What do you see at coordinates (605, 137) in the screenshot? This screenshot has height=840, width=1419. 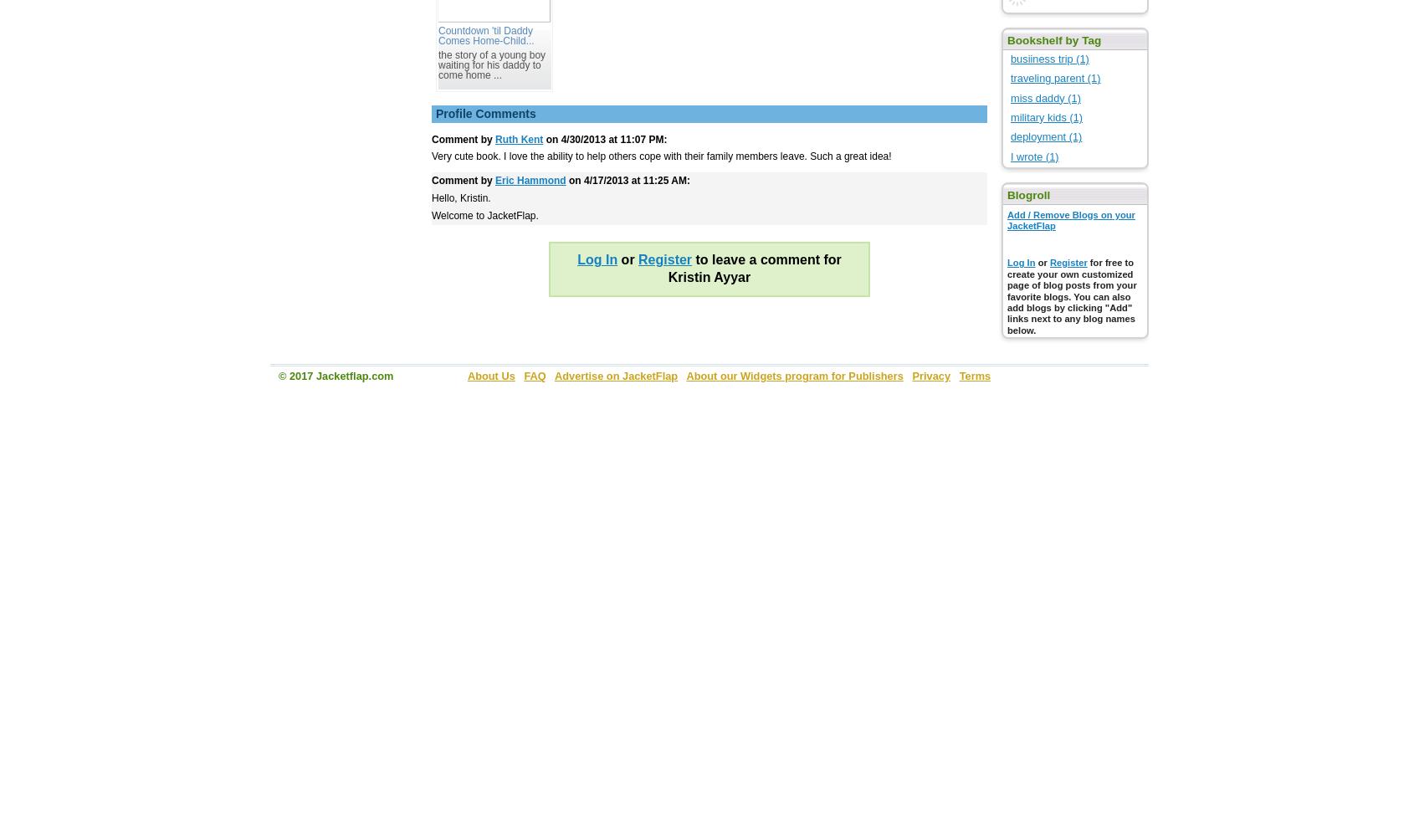 I see `'on 4/30/2013 at 11:07 PM:'` at bounding box center [605, 137].